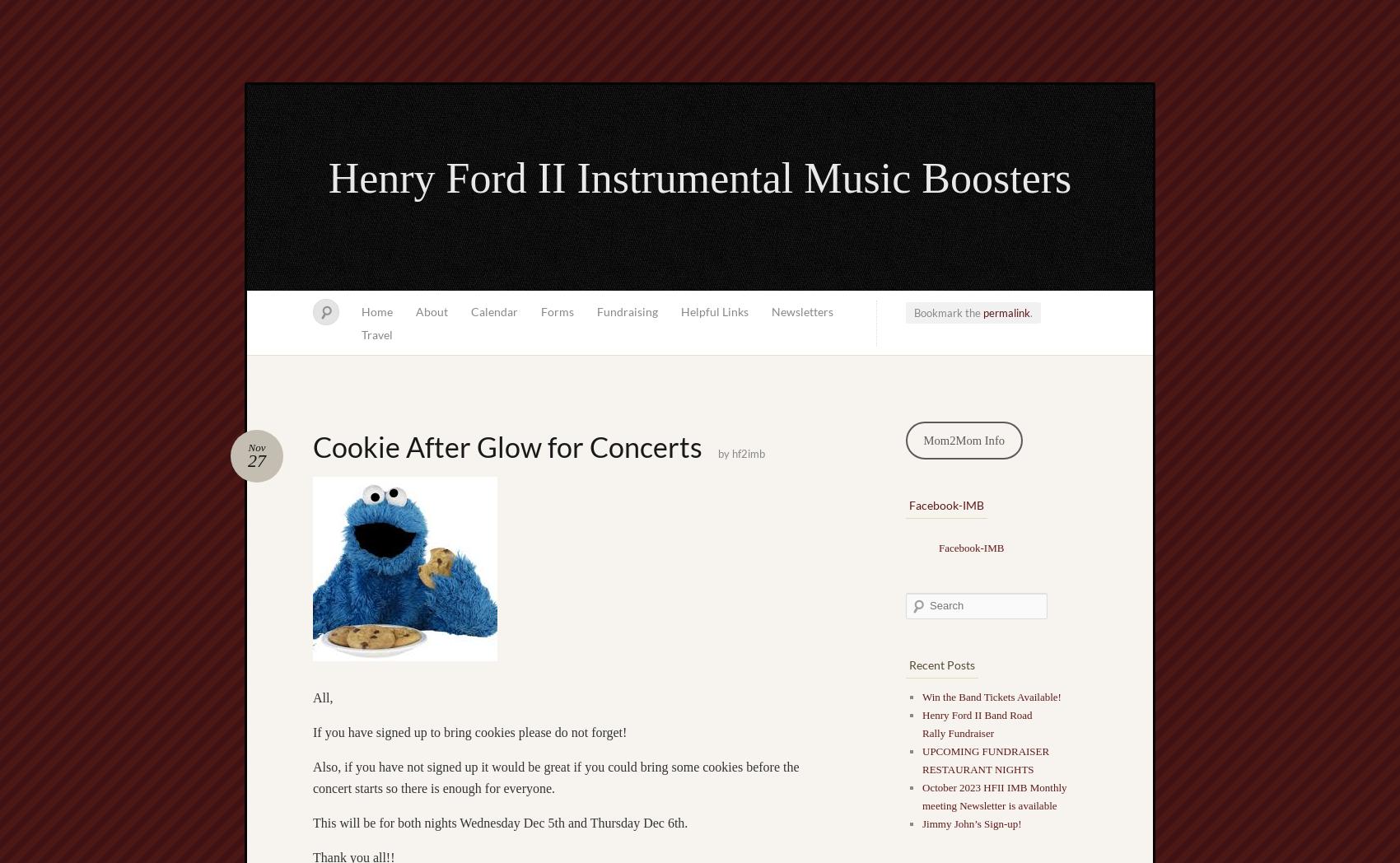 The width and height of the screenshot is (1400, 863). What do you see at coordinates (1006, 312) in the screenshot?
I see `'permalink'` at bounding box center [1006, 312].